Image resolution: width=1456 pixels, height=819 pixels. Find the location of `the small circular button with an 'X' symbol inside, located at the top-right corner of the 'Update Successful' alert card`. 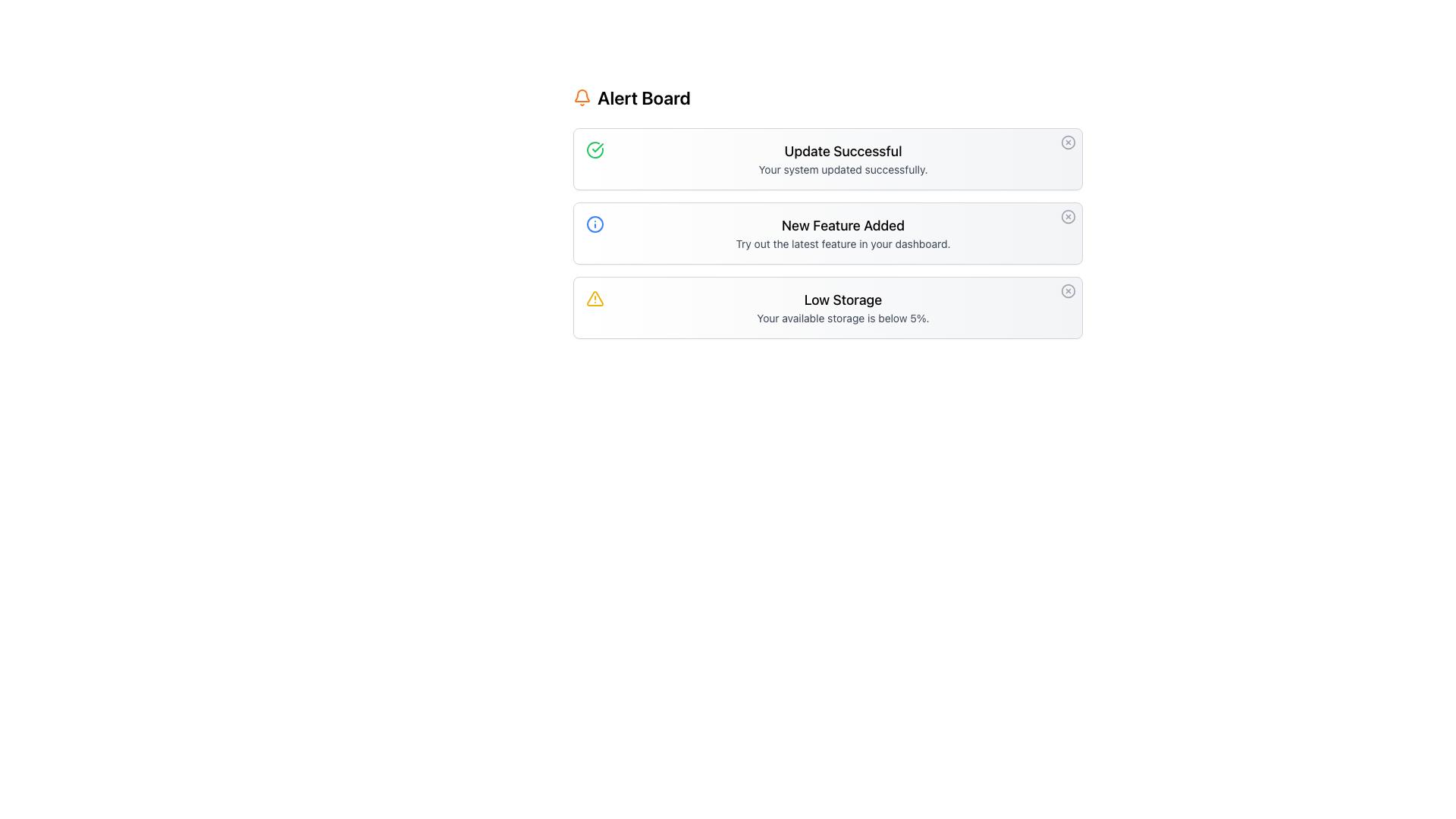

the small circular button with an 'X' symbol inside, located at the top-right corner of the 'Update Successful' alert card is located at coordinates (1068, 143).